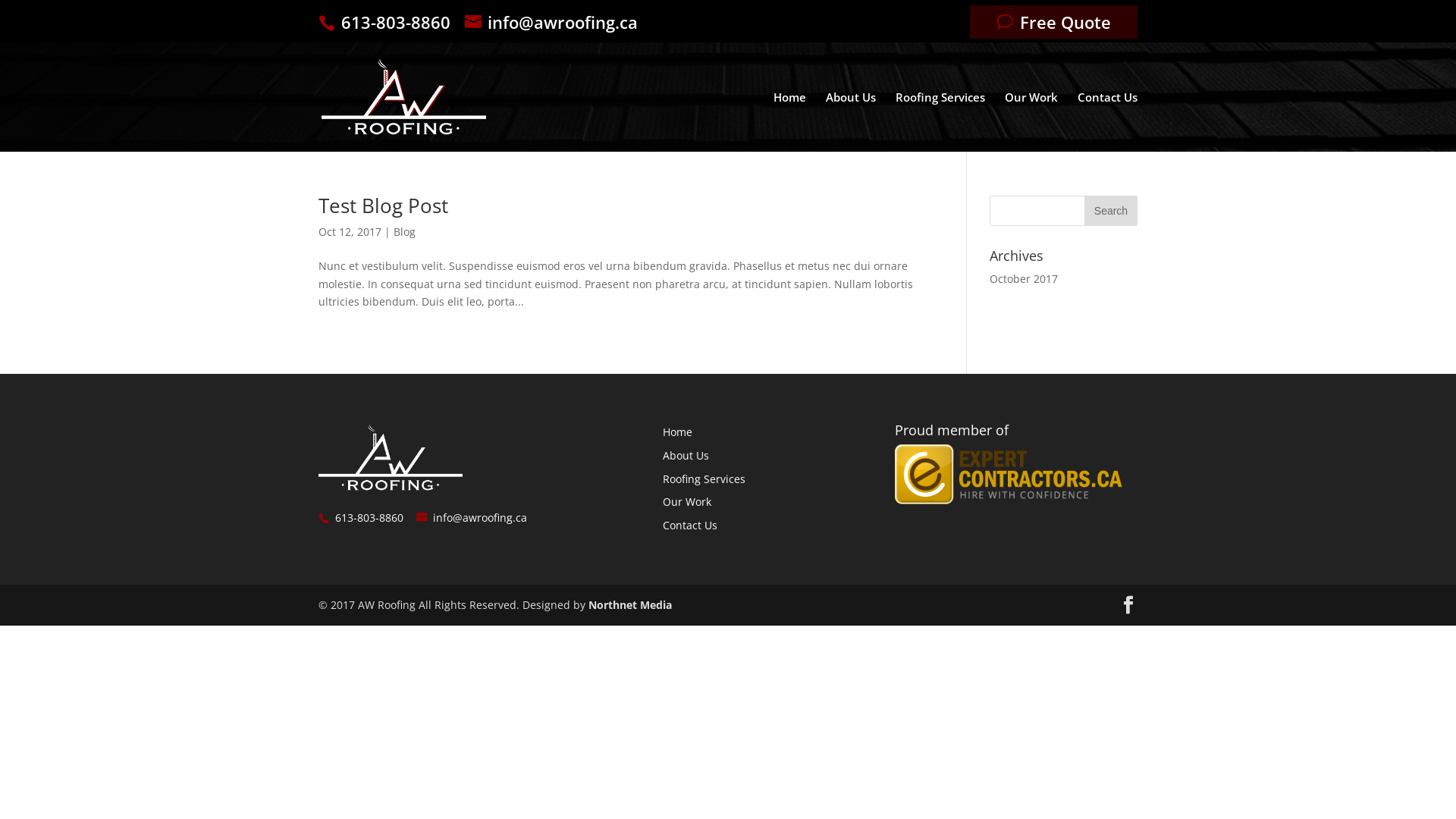  Describe the element at coordinates (383, 205) in the screenshot. I see `'Test Blog Post'` at that location.